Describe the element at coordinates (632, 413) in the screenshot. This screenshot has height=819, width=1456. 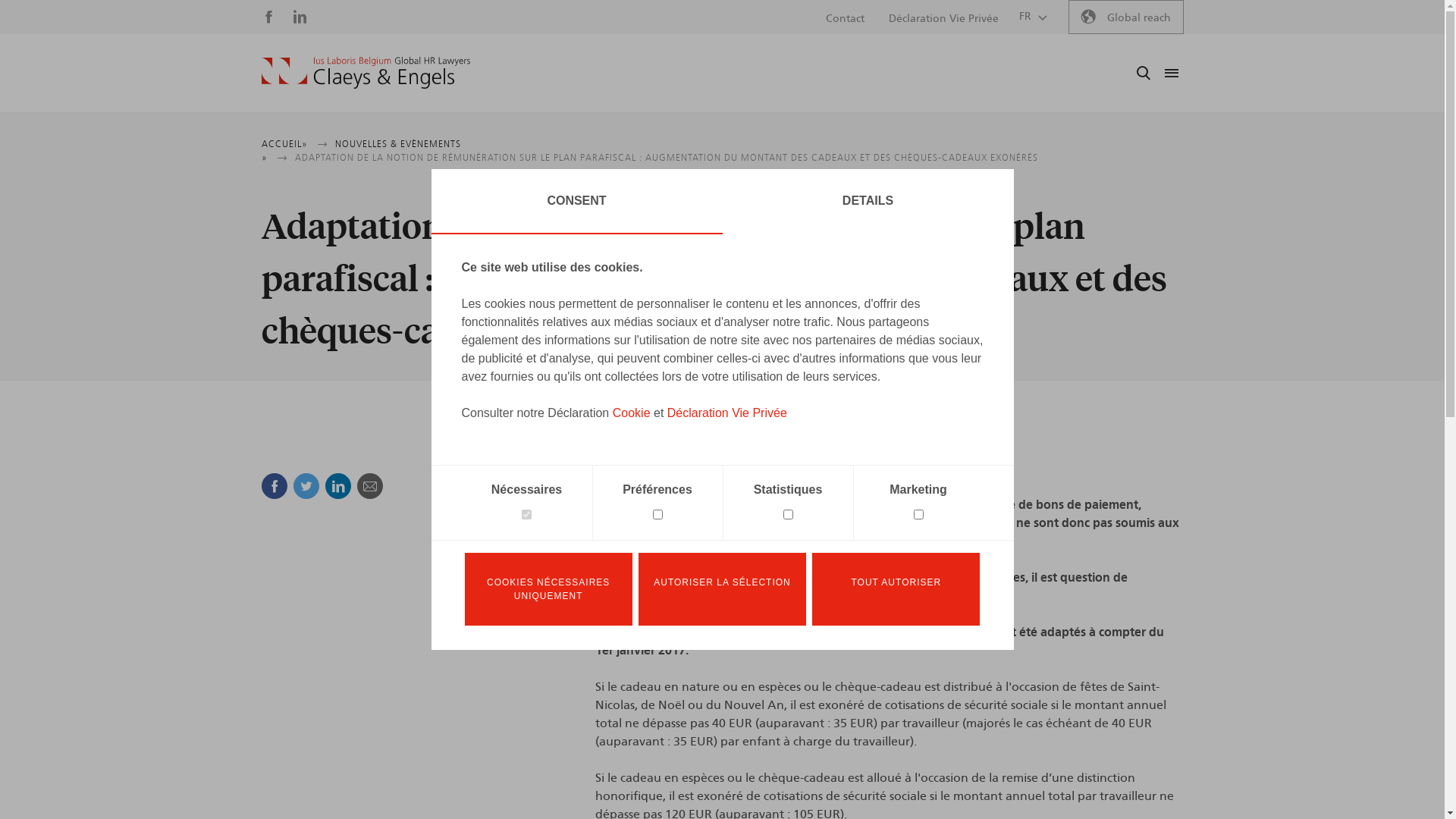
I see `'Cookie'` at that location.